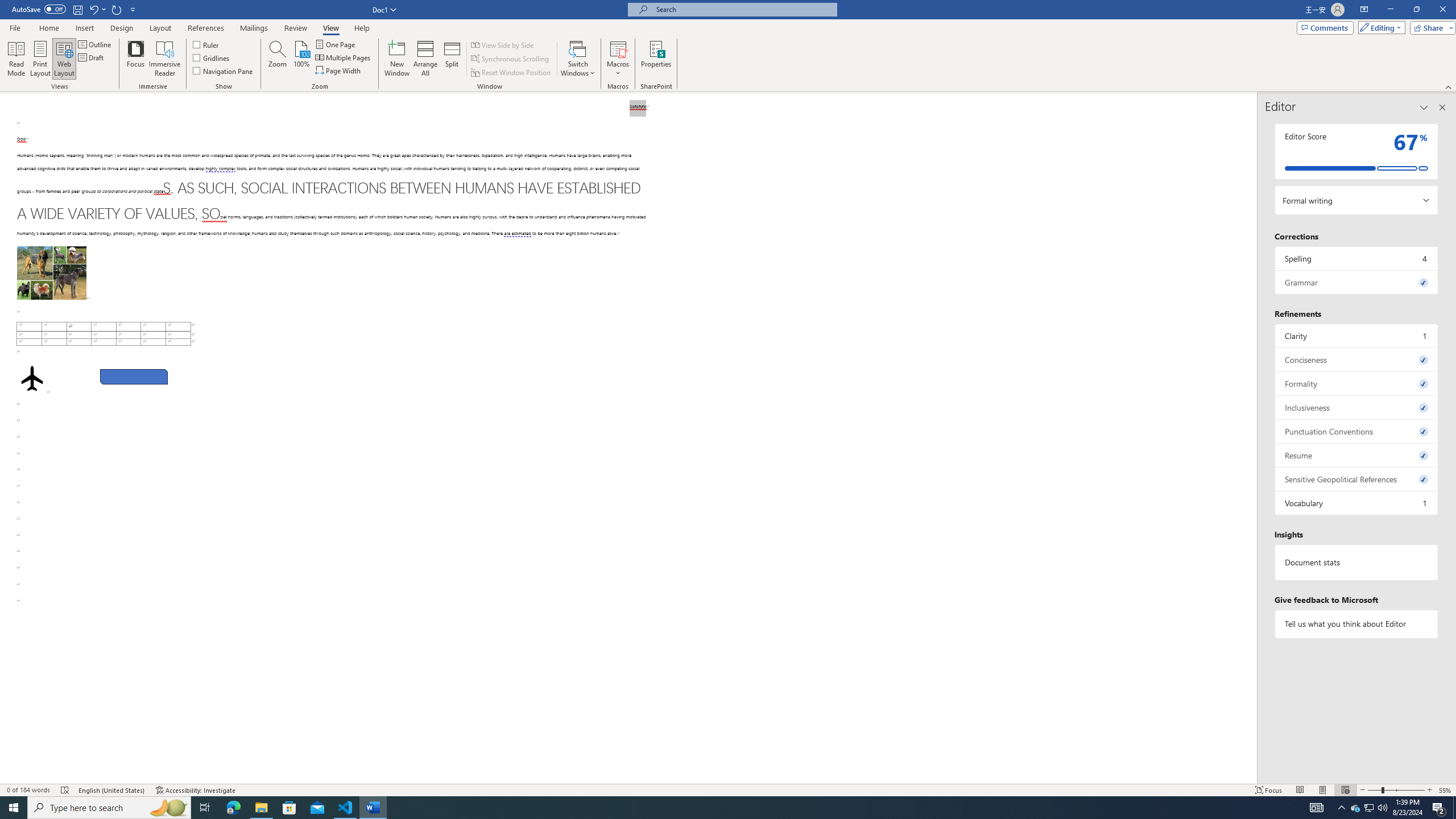 The width and height of the screenshot is (1456, 819). I want to click on 'Focus', so click(136, 59).